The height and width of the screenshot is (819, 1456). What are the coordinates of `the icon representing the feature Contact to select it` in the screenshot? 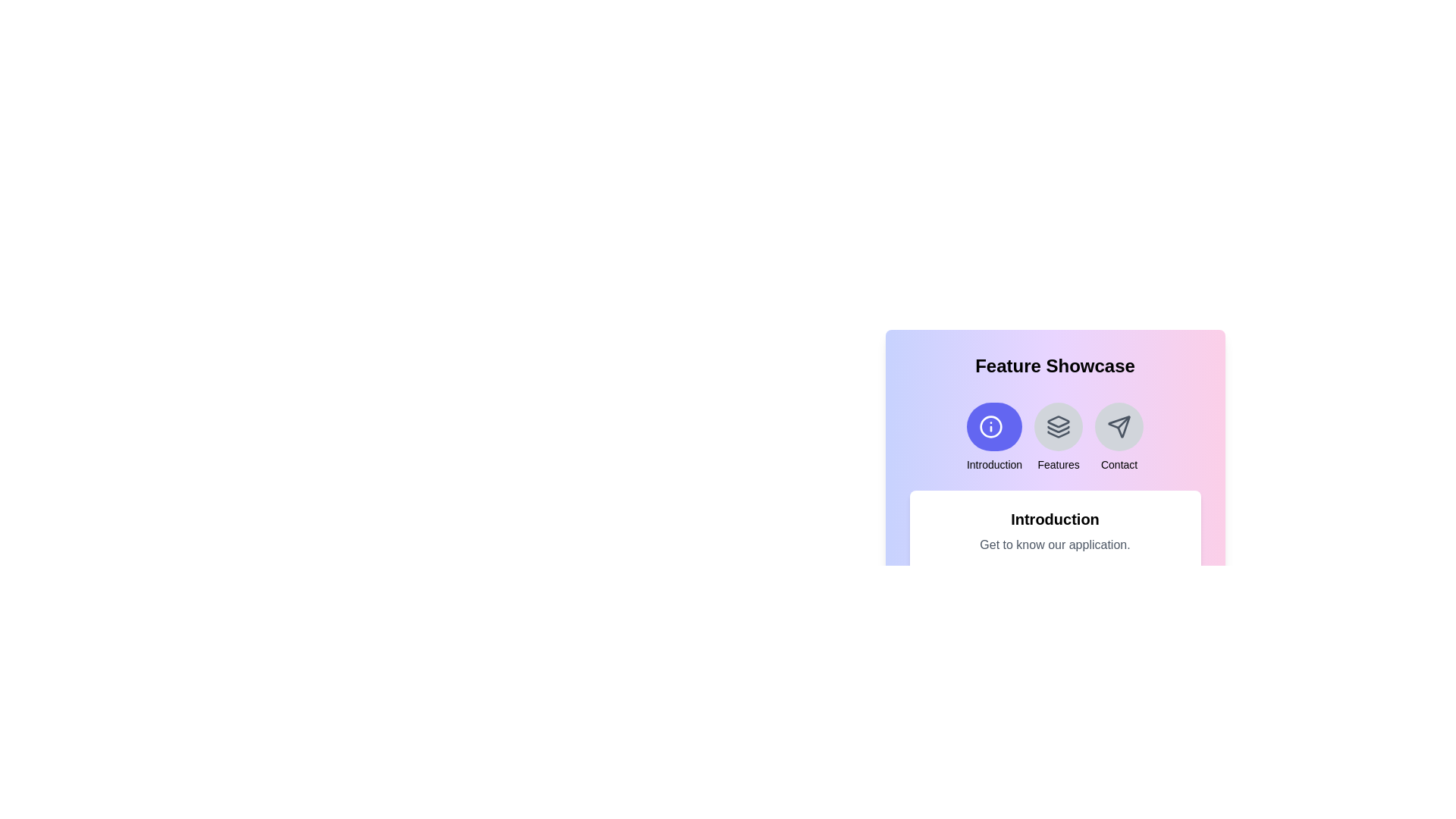 It's located at (1119, 427).